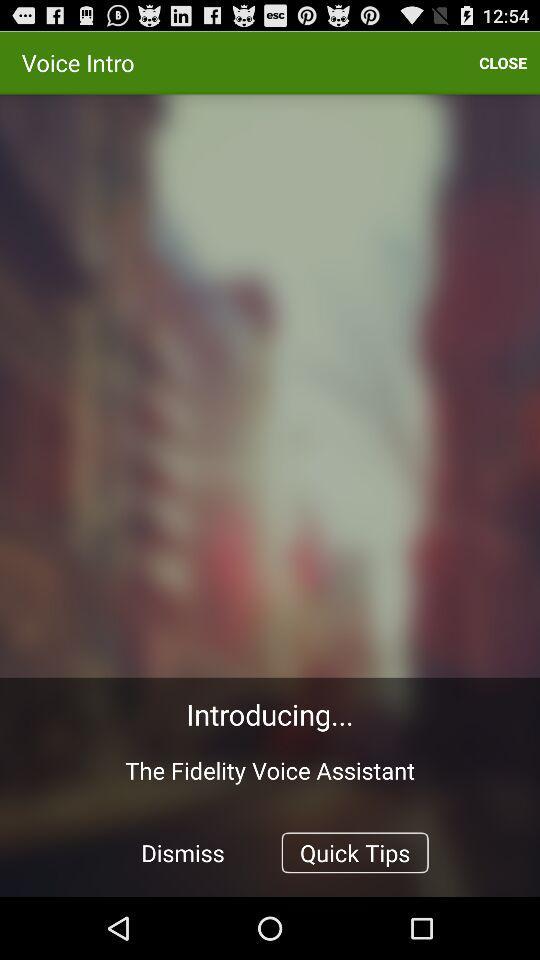 The image size is (540, 960). I want to click on icon at the top right corner, so click(502, 62).